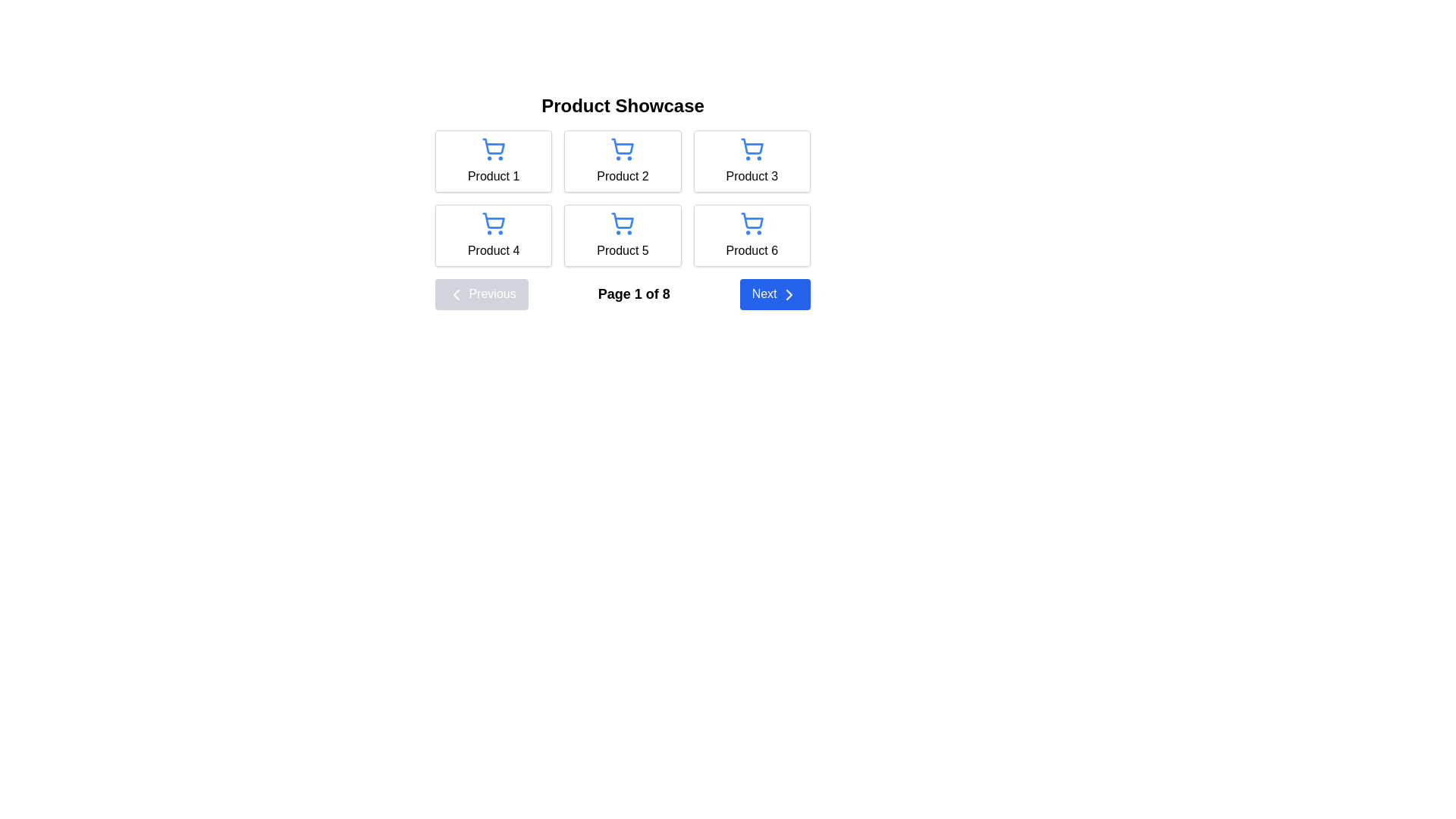 The width and height of the screenshot is (1456, 819). I want to click on the blue shopping cart icon located at the top of the product card labeled 'Product 6', so click(752, 223).